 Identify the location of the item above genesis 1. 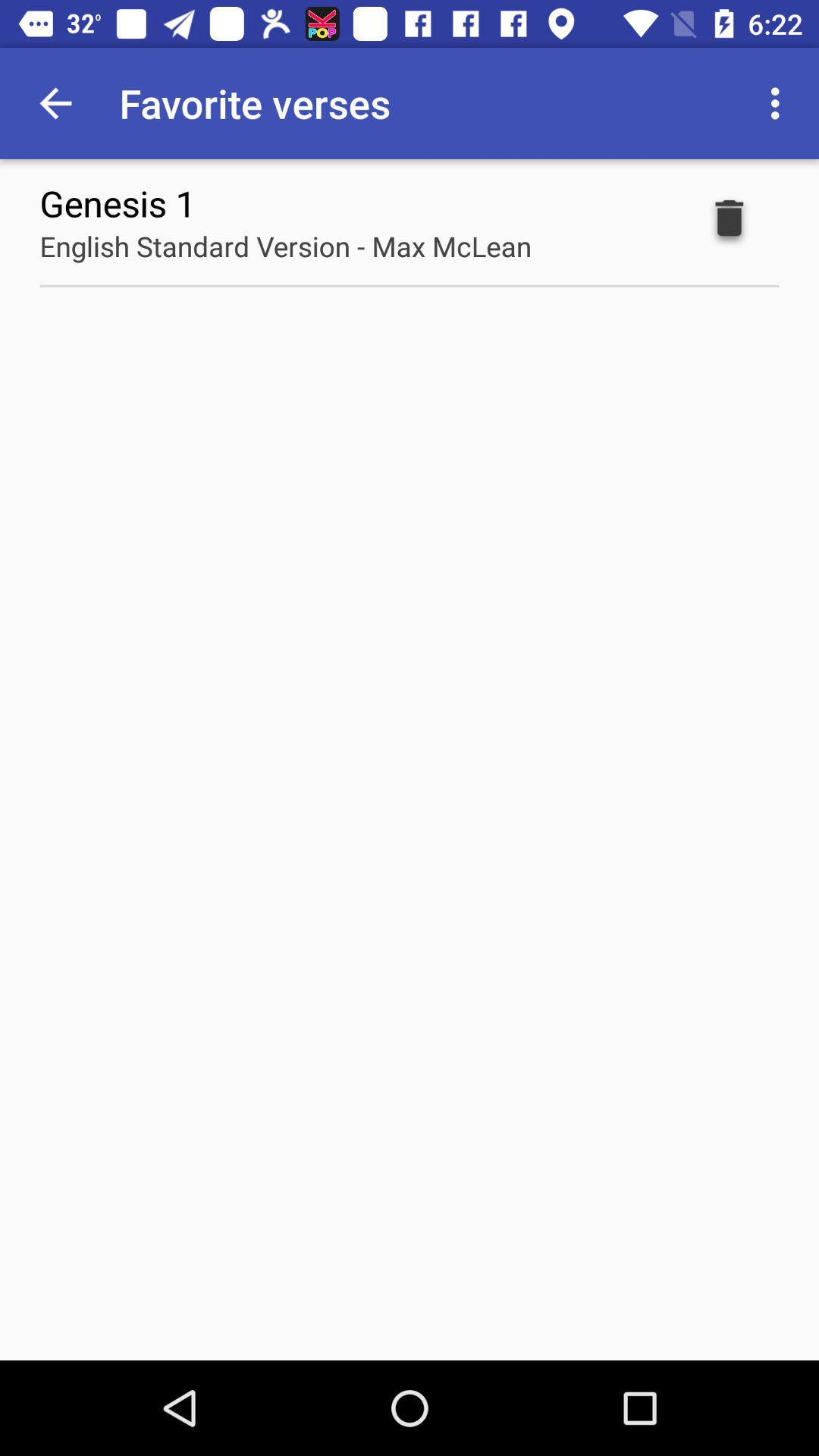
(55, 102).